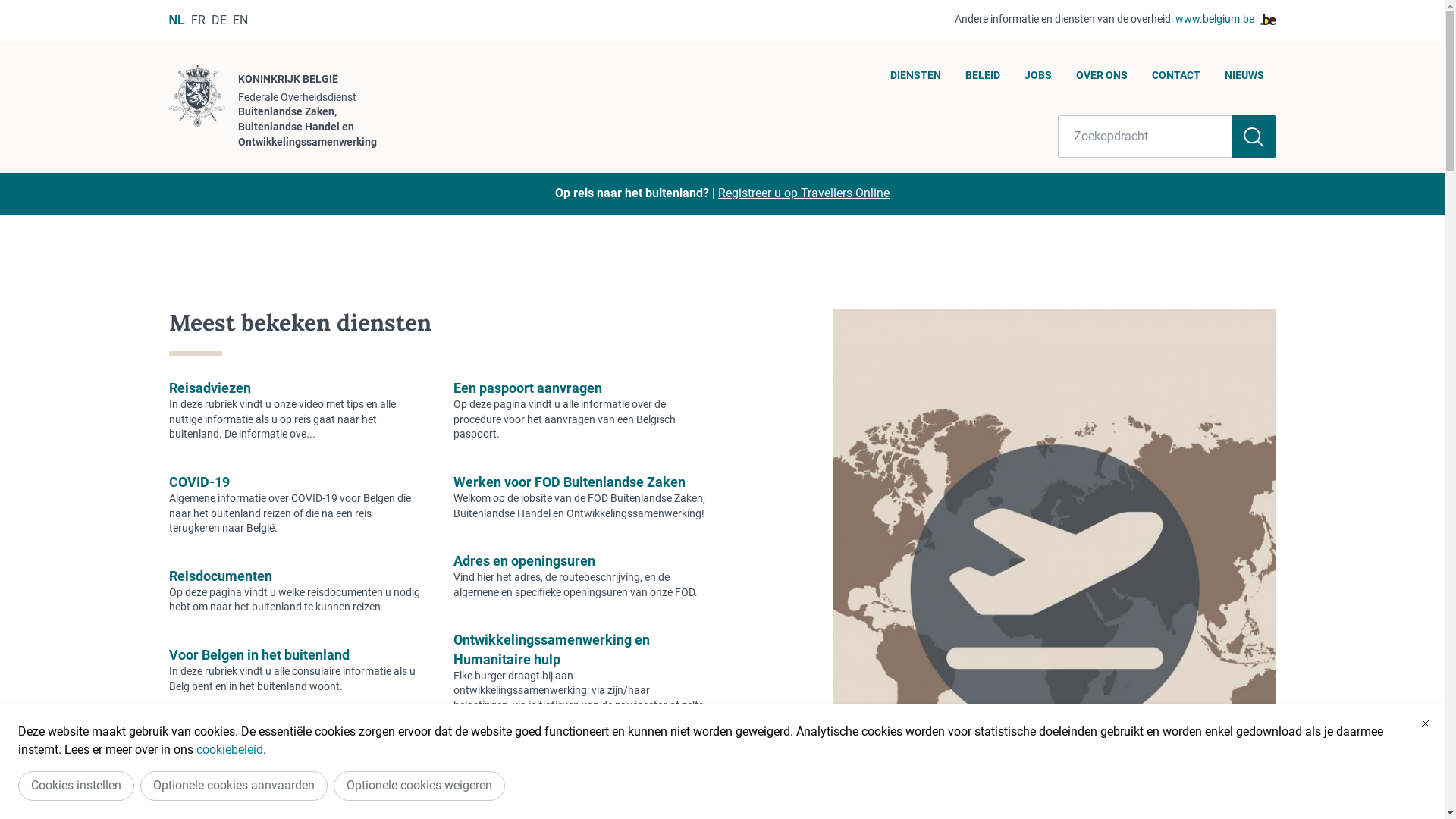  What do you see at coordinates (982, 79) in the screenshot?
I see `'BELEID'` at bounding box center [982, 79].